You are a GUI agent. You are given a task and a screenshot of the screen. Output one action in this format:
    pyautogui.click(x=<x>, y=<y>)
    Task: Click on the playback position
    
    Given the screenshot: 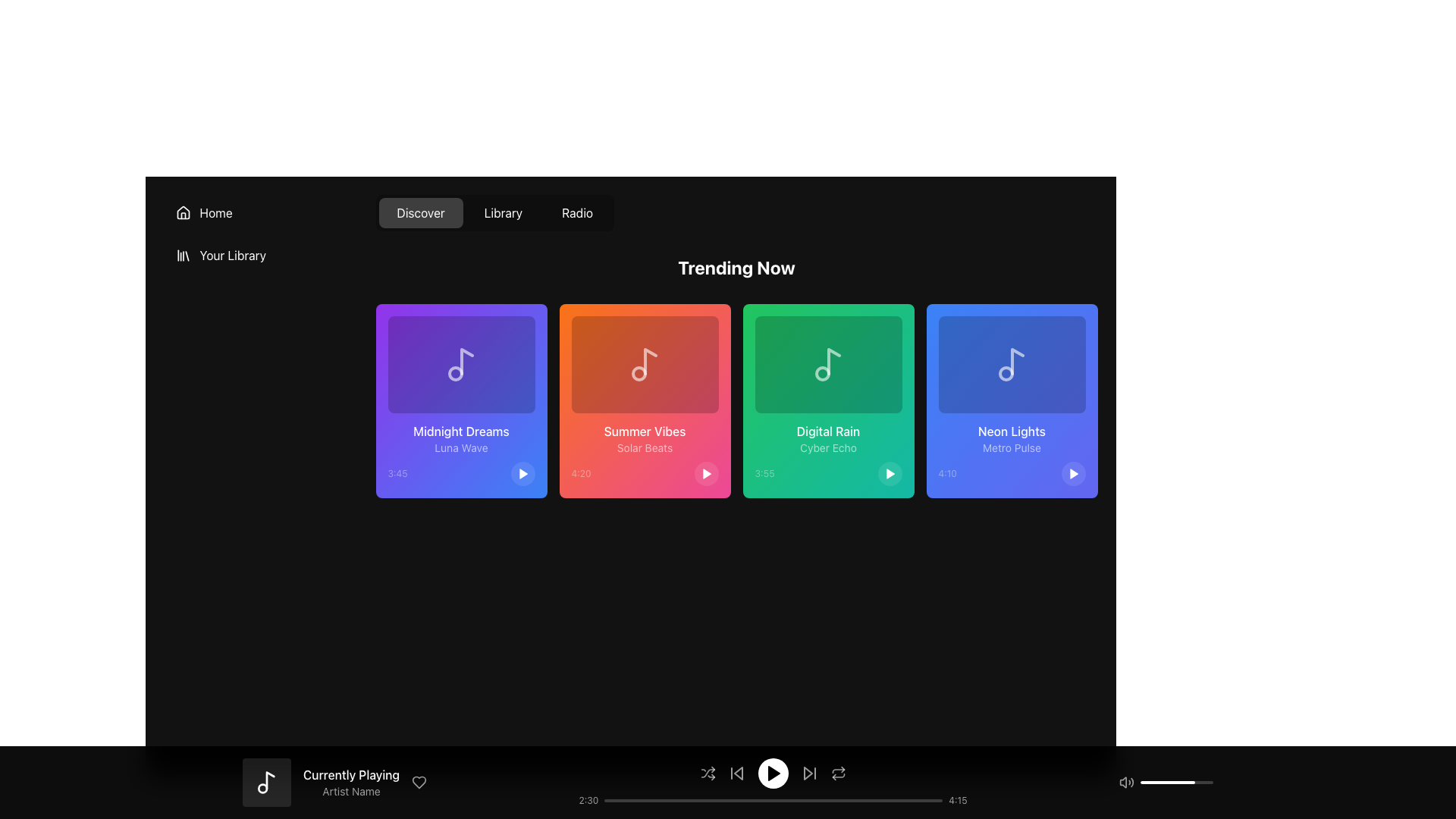 What is the action you would take?
    pyautogui.click(x=858, y=800)
    